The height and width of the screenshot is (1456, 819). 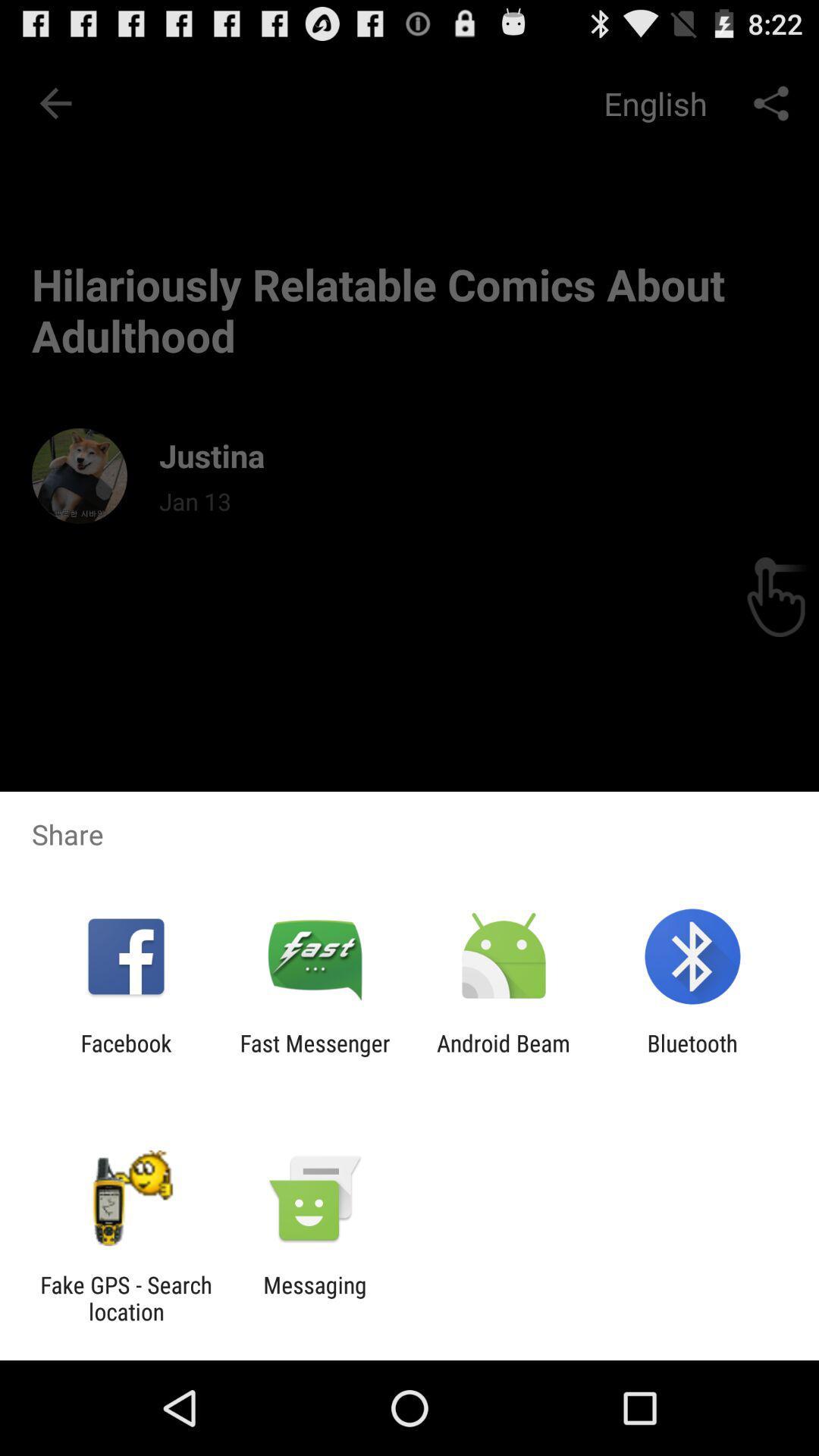 I want to click on the app to the right of fast messenger item, so click(x=504, y=1056).